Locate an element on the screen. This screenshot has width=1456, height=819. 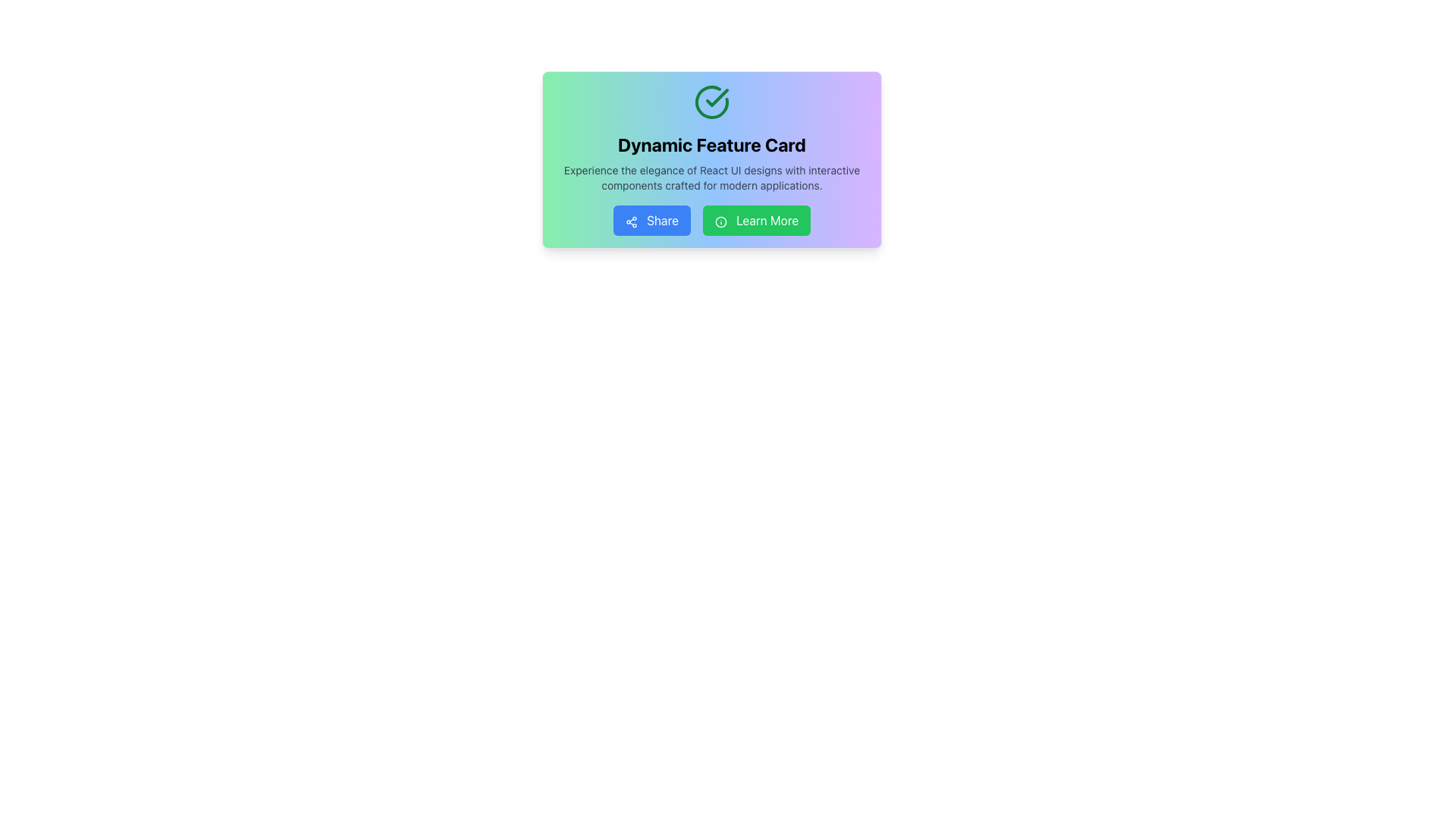
the small circular information icon with a faint green tint located to the left of the 'Learn More' text in the green button at the lower right area of the vibrant card interface is located at coordinates (720, 221).